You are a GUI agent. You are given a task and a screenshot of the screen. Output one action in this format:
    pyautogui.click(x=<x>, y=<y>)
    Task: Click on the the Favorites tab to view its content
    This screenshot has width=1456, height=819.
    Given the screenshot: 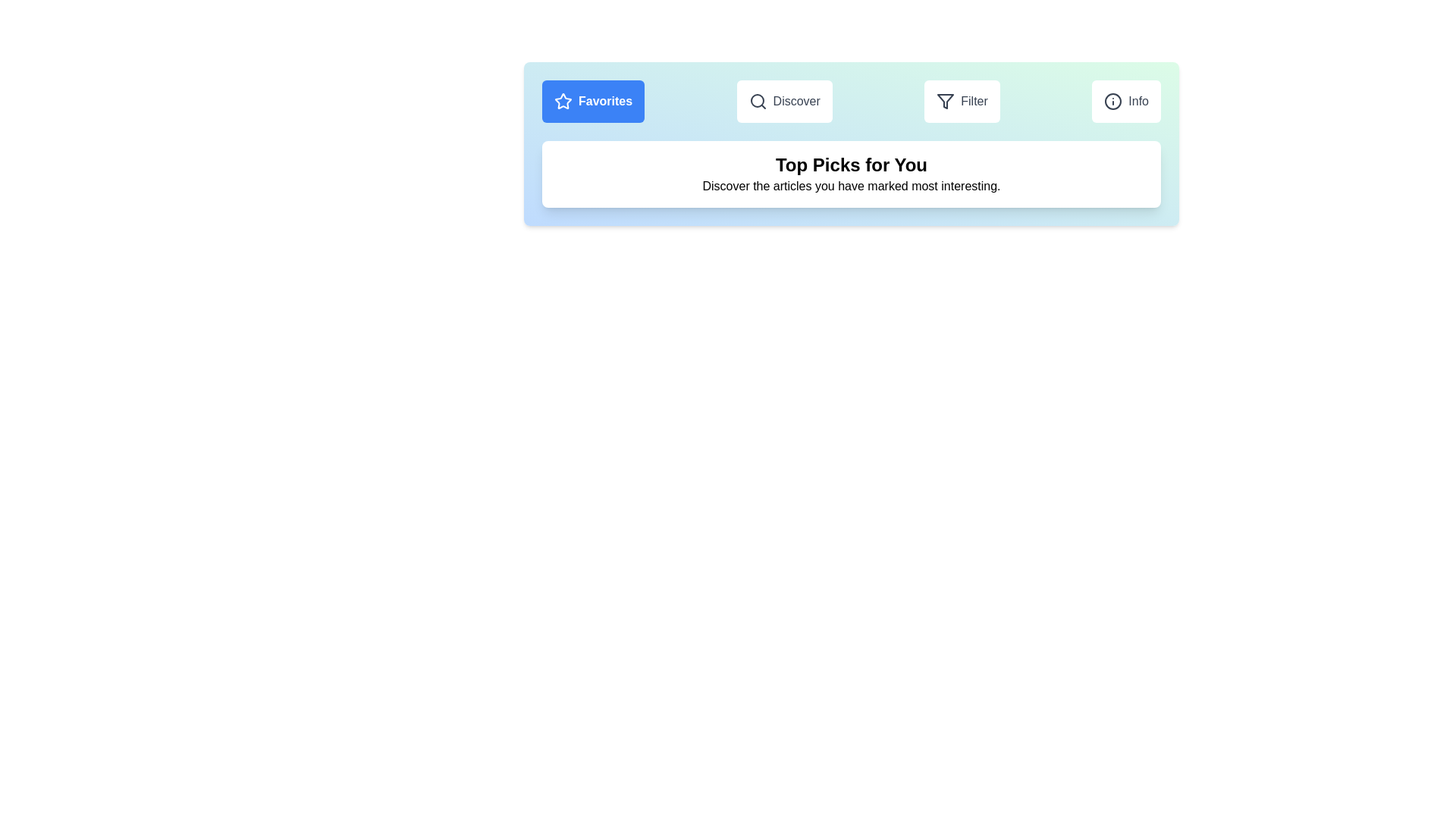 What is the action you would take?
    pyautogui.click(x=592, y=102)
    